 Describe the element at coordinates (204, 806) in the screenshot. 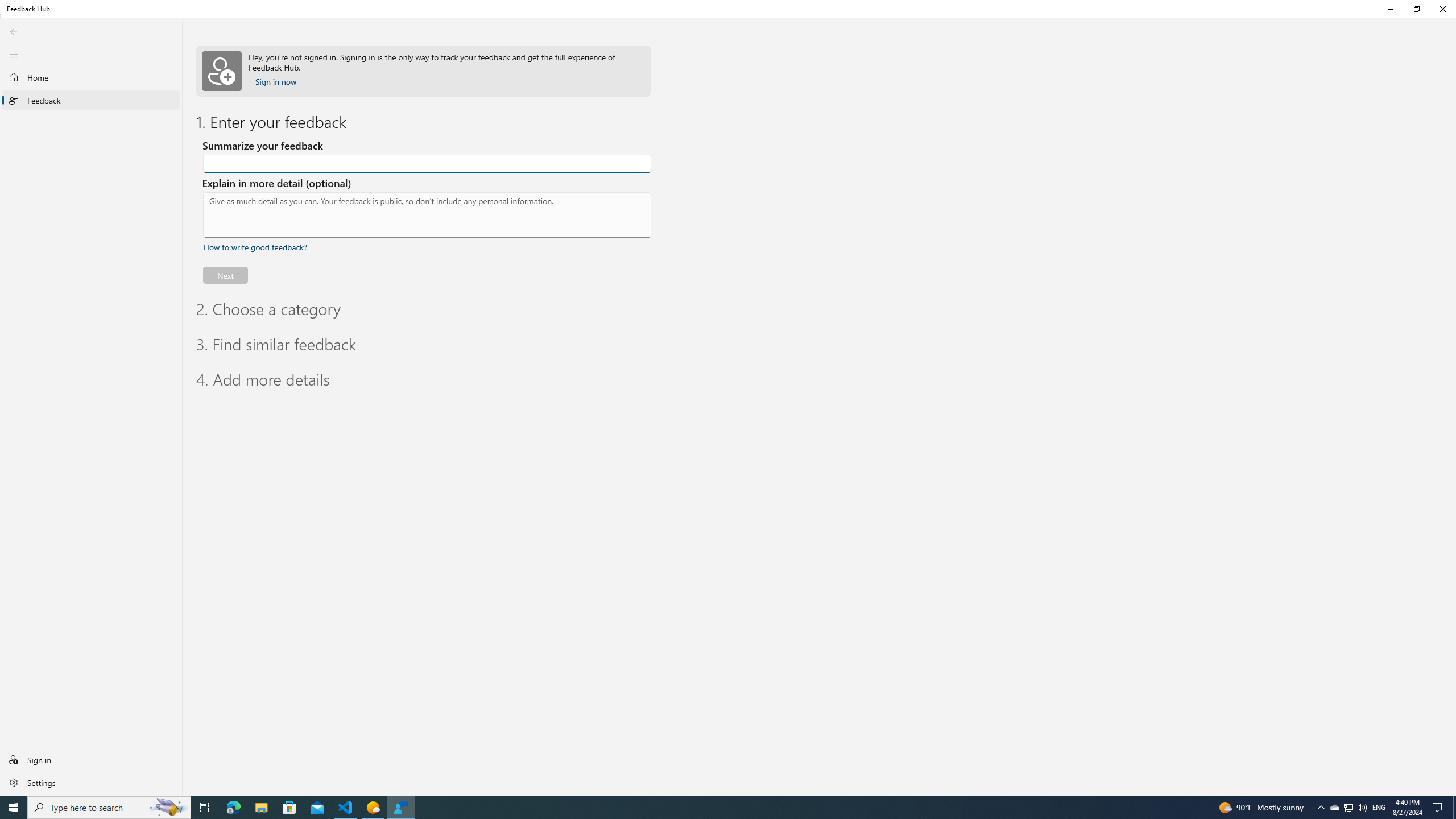

I see `'Task View'` at that location.